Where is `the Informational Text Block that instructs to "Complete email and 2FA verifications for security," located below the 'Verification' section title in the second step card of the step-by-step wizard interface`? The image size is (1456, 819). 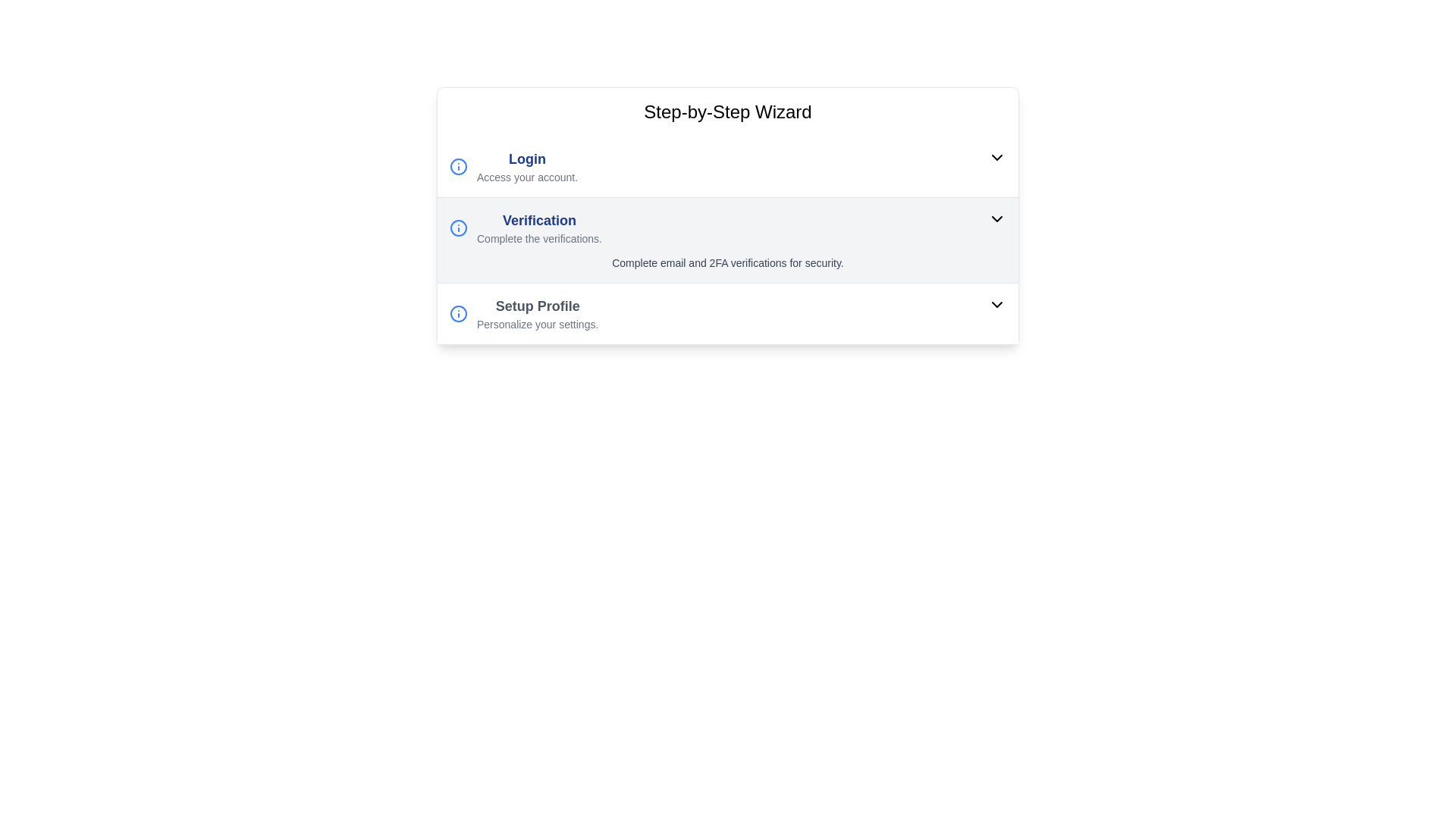 the Informational Text Block that instructs to "Complete email and 2FA verifications for security," located below the 'Verification' section title in the second step card of the step-by-step wizard interface is located at coordinates (728, 262).